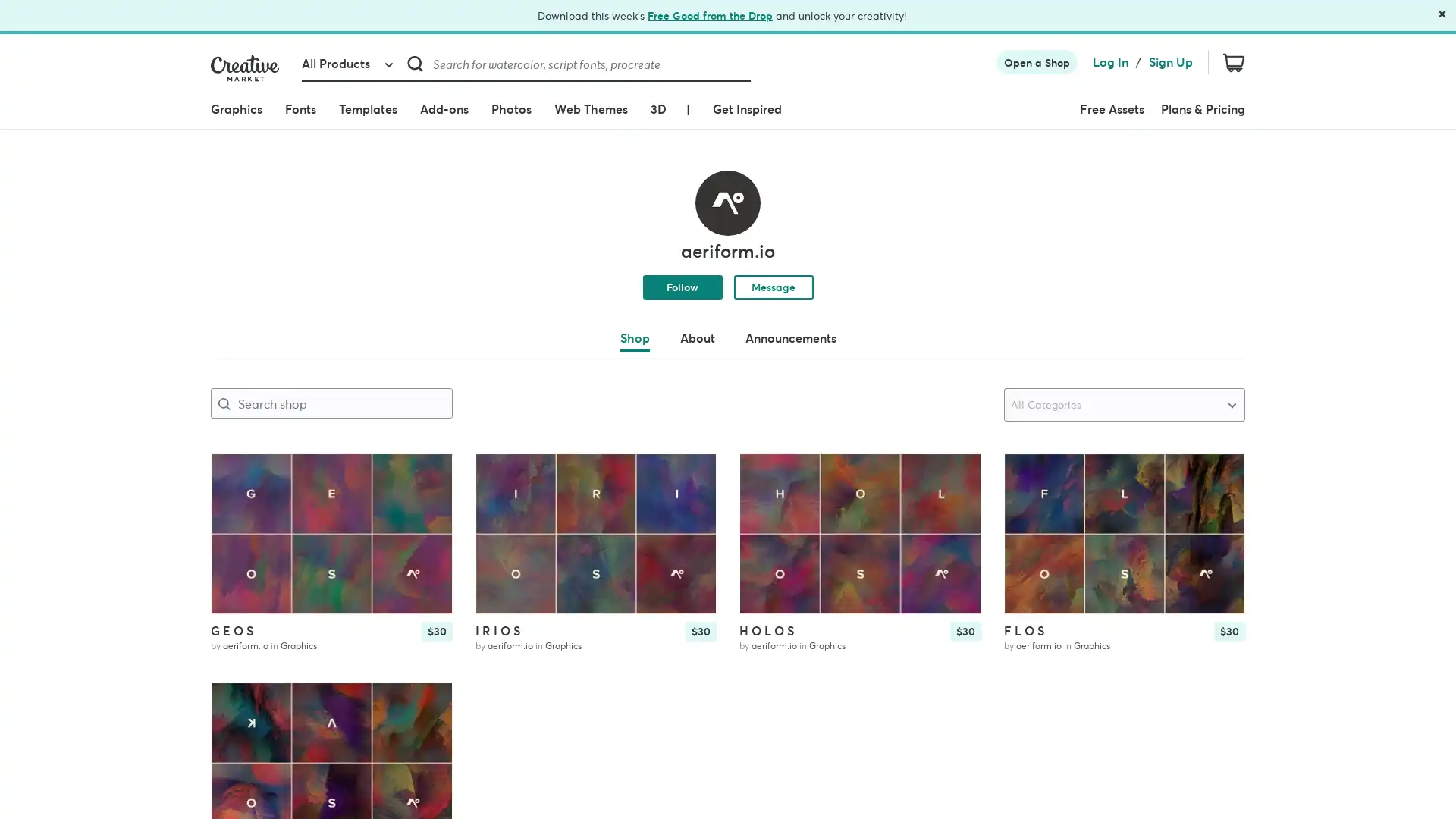  I want to click on Pin to Pinterest, so click(764, 478).